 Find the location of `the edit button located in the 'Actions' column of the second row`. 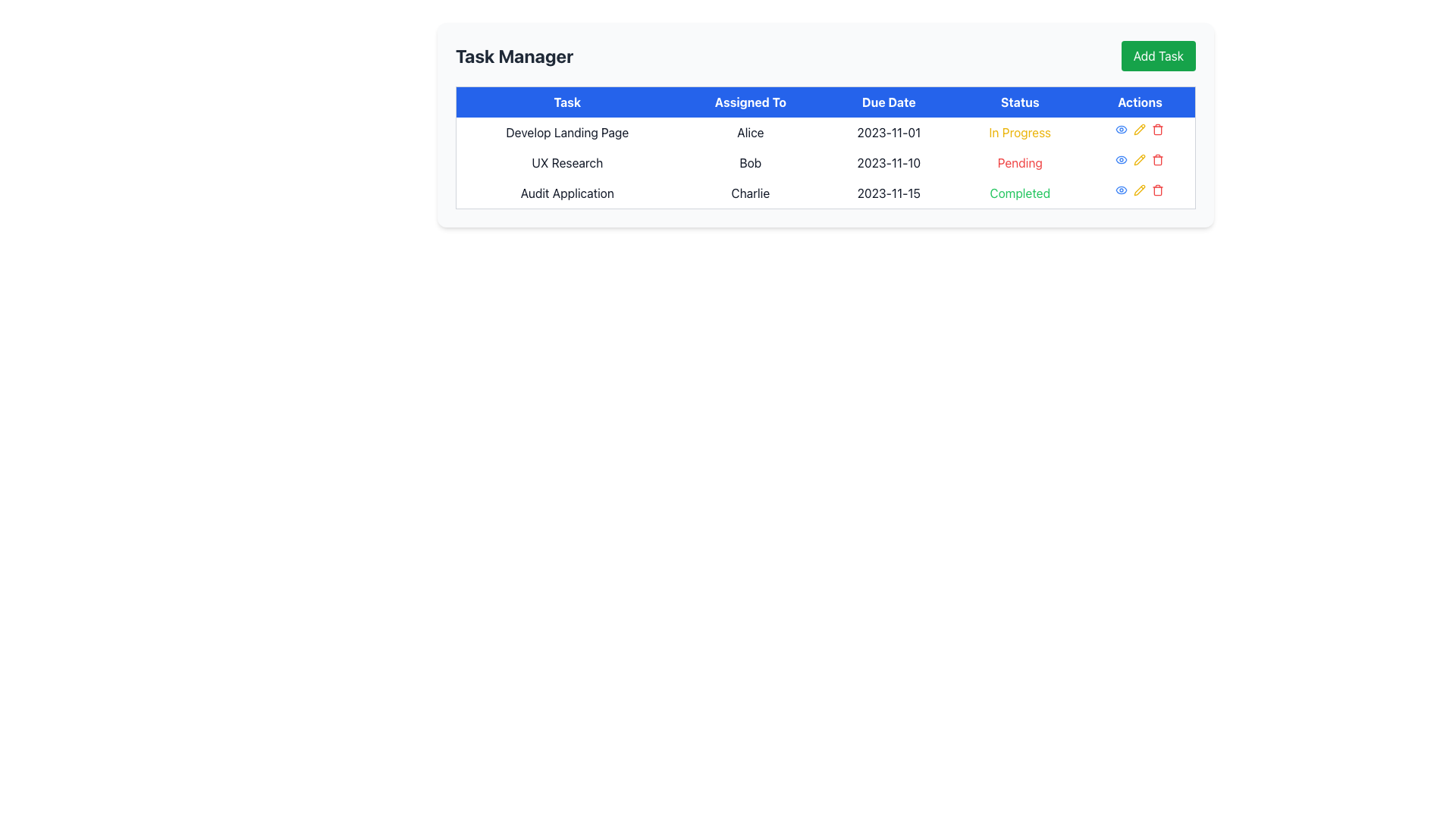

the edit button located in the 'Actions' column of the second row is located at coordinates (1140, 160).